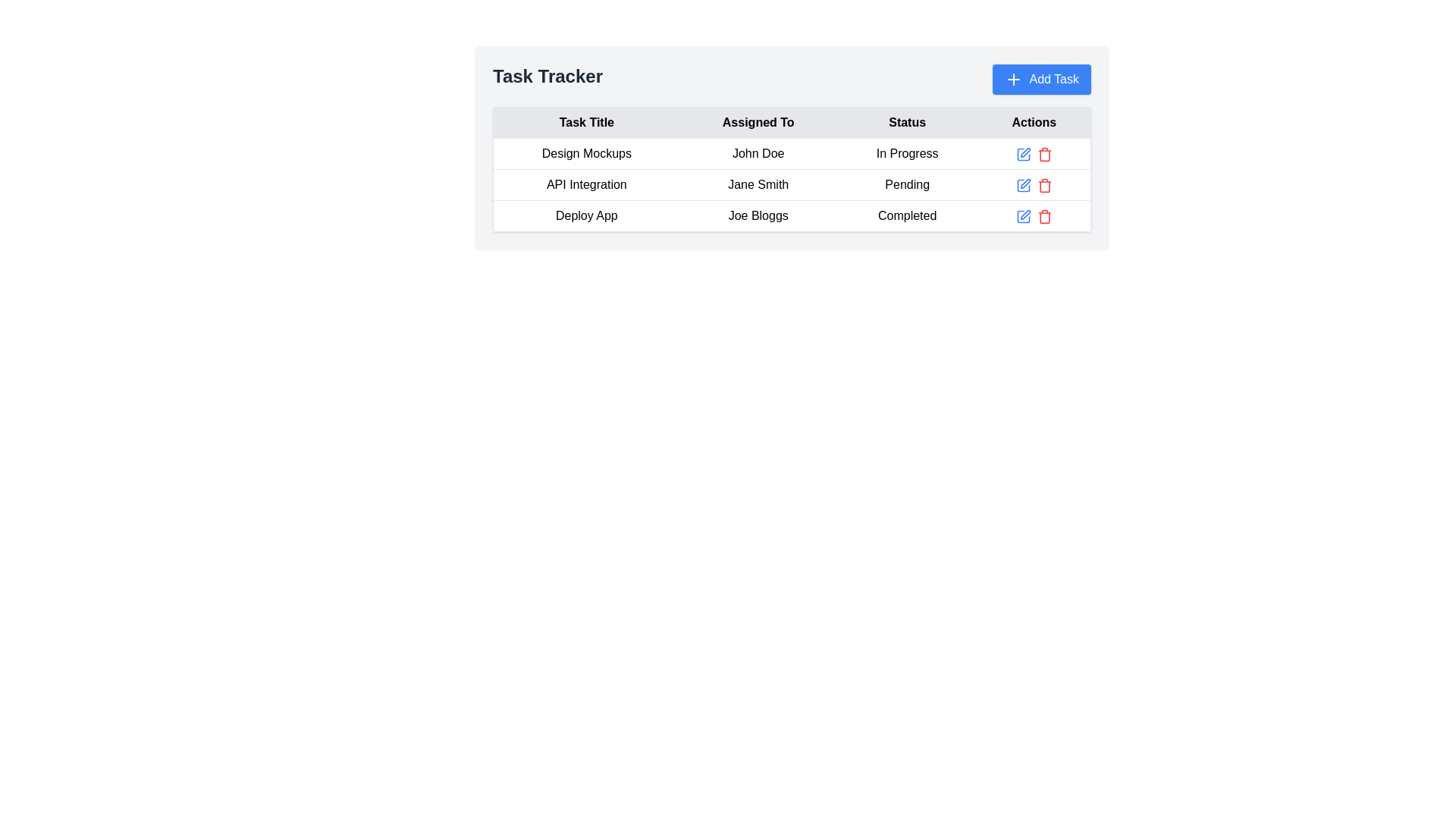 The height and width of the screenshot is (819, 1456). What do you see at coordinates (907, 216) in the screenshot?
I see `the text label displaying 'Completed' in the 'Status' column of the task titled 'Deploy App' assigned to 'Joe Bloggs'` at bounding box center [907, 216].